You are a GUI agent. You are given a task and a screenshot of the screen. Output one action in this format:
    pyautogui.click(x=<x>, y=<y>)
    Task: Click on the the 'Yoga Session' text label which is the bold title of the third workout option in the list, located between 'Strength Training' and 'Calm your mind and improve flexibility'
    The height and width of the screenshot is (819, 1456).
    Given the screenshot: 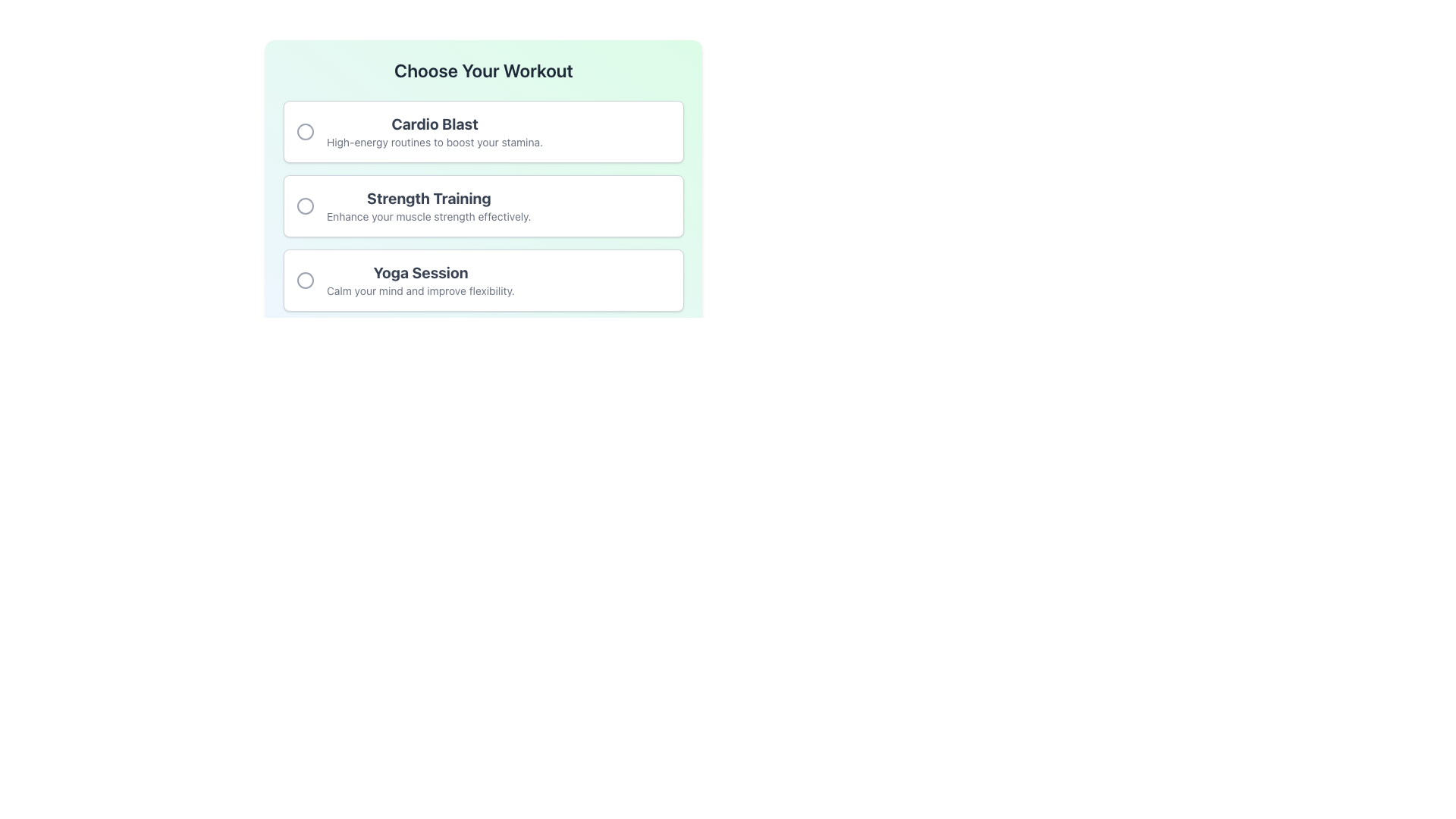 What is the action you would take?
    pyautogui.click(x=420, y=271)
    